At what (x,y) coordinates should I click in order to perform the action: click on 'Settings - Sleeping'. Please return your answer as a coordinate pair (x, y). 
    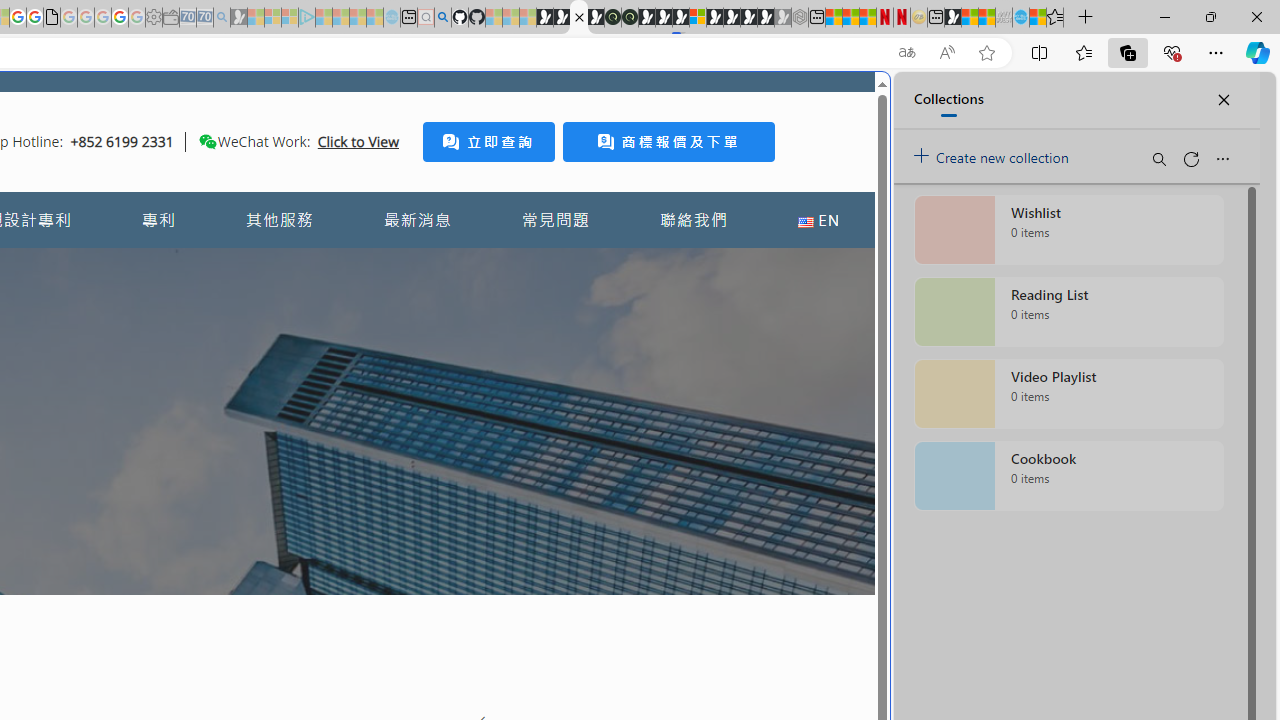
    Looking at the image, I should click on (153, 17).